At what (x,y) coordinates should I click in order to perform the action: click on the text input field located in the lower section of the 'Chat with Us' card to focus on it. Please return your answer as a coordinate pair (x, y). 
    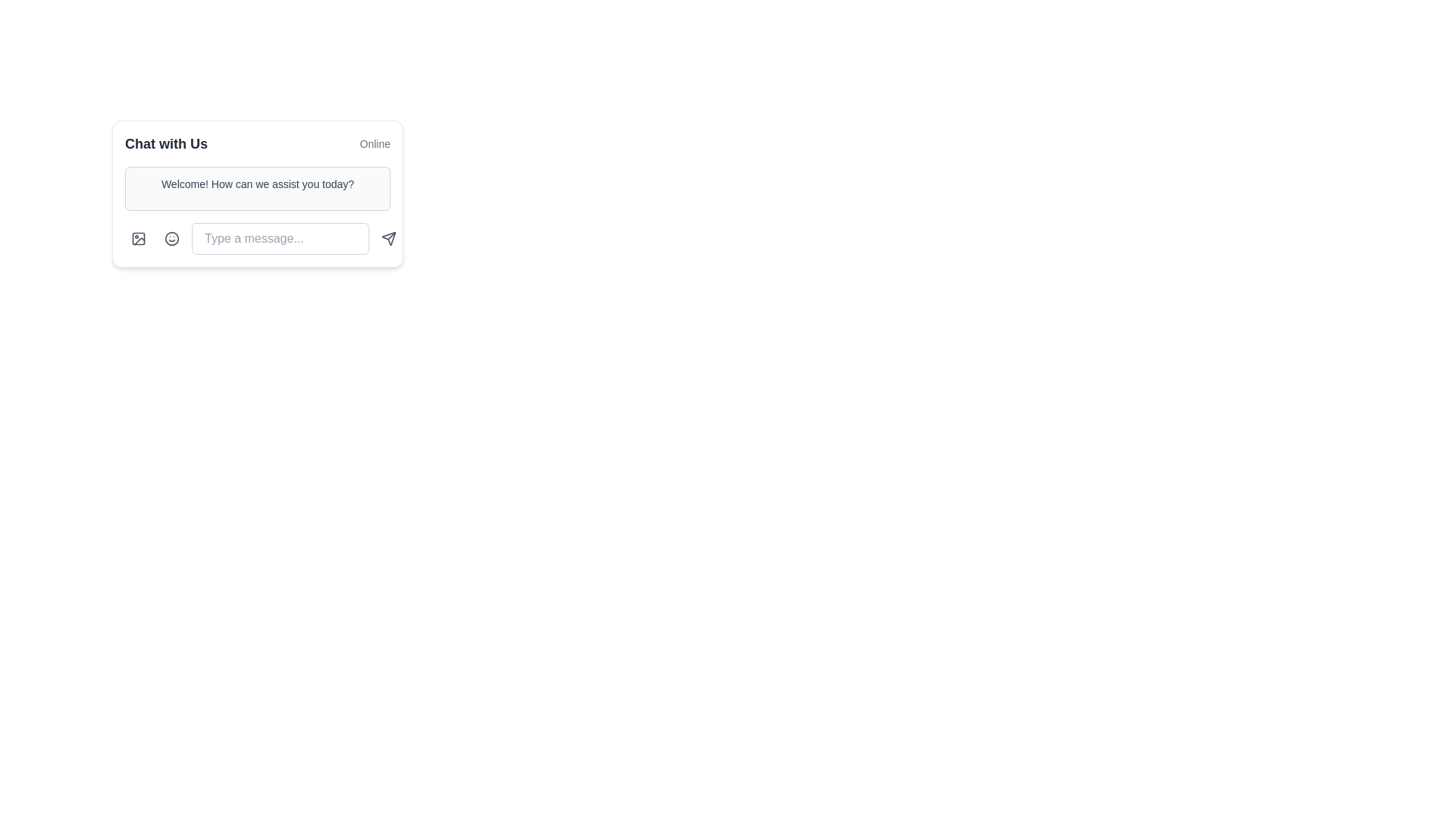
    Looking at the image, I should click on (258, 239).